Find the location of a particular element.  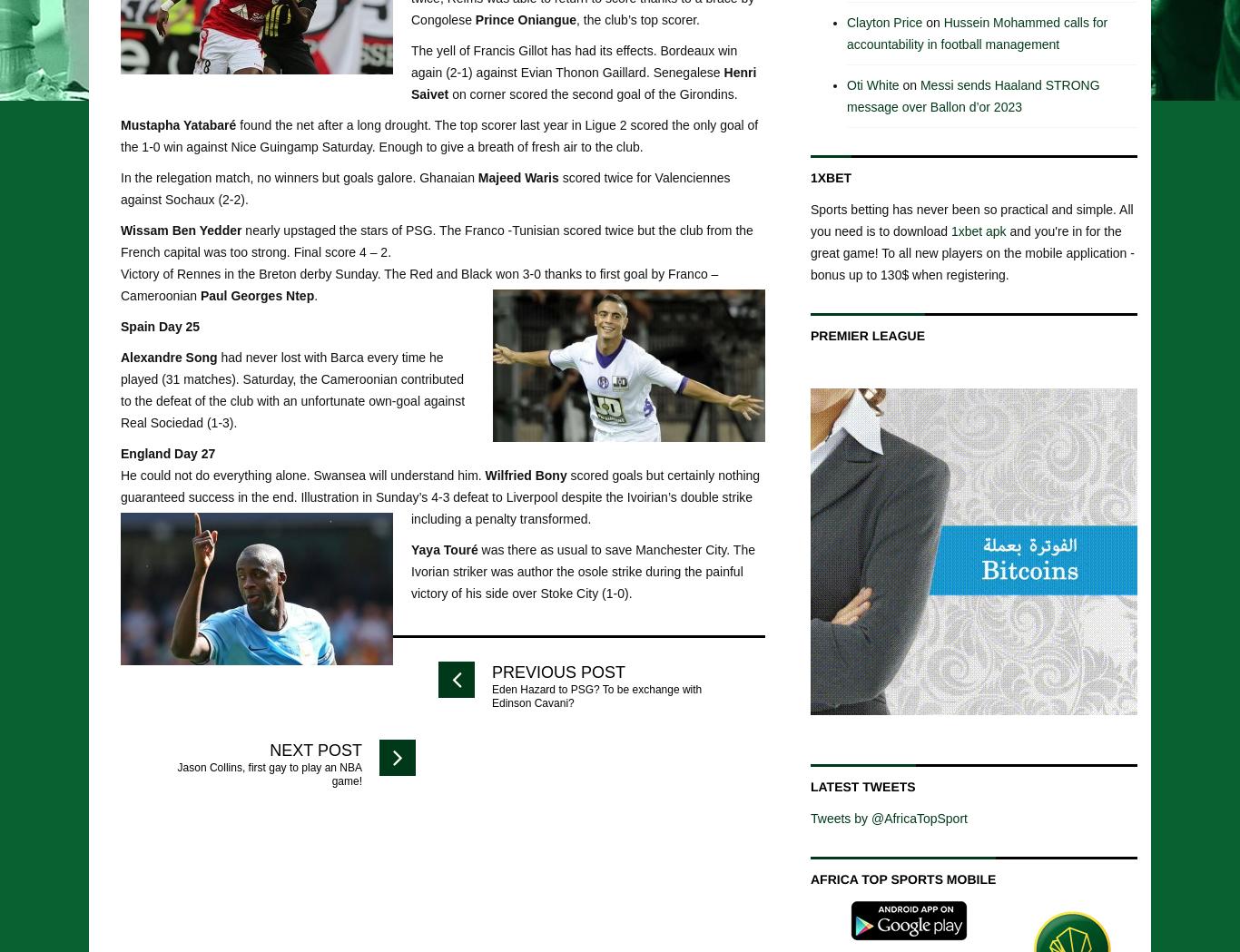

'was there as usual to save Manchester City. The Ivorian striker was author the osole strike during the painful victory of his side over Stoke City (1-0).' is located at coordinates (582, 570).